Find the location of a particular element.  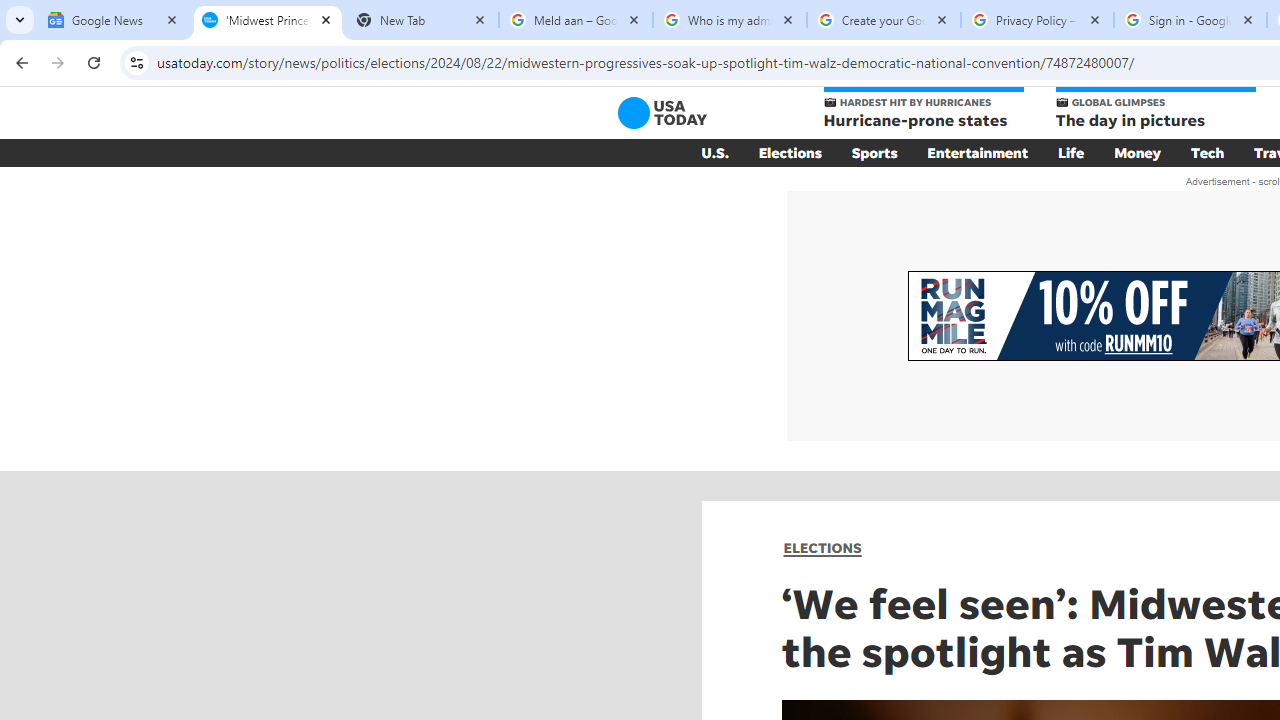

'New Tab' is located at coordinates (420, 20).